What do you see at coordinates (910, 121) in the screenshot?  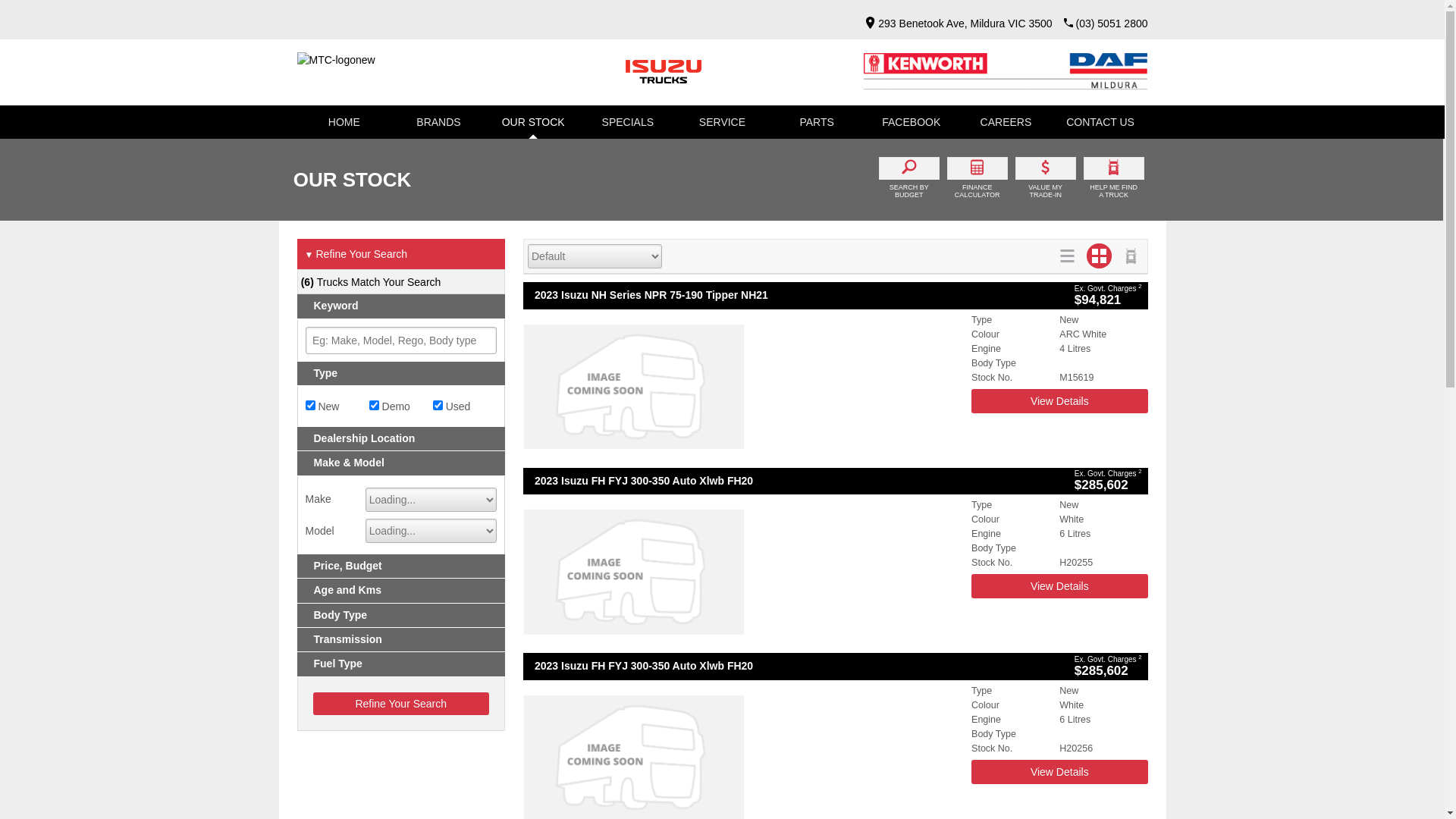 I see `'FACEBOOK'` at bounding box center [910, 121].